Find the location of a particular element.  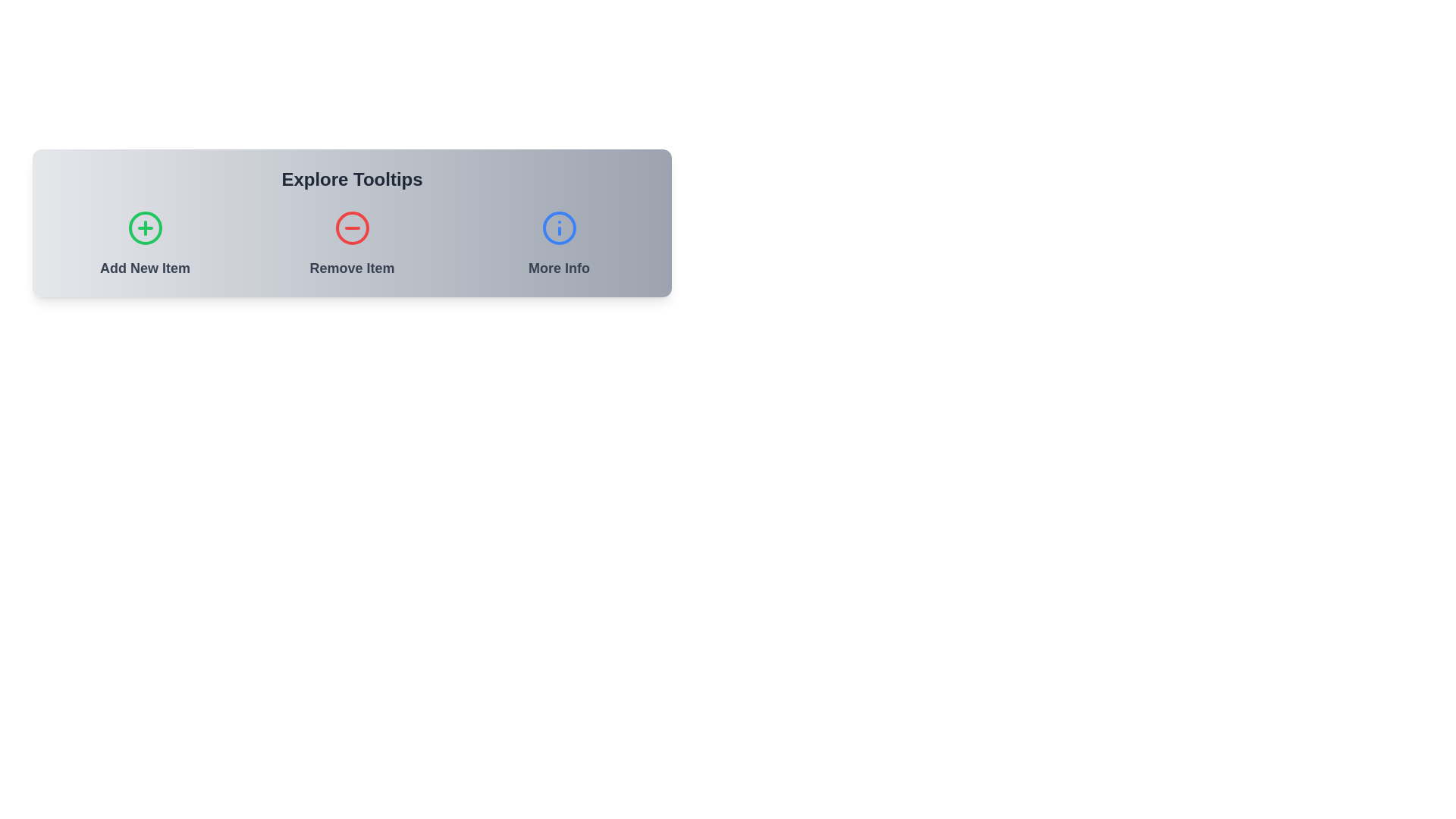

the green circular 'Add New Item' graphical component, which features a plus sign, positioned as the leftmost icon among three in the interface is located at coordinates (145, 227).